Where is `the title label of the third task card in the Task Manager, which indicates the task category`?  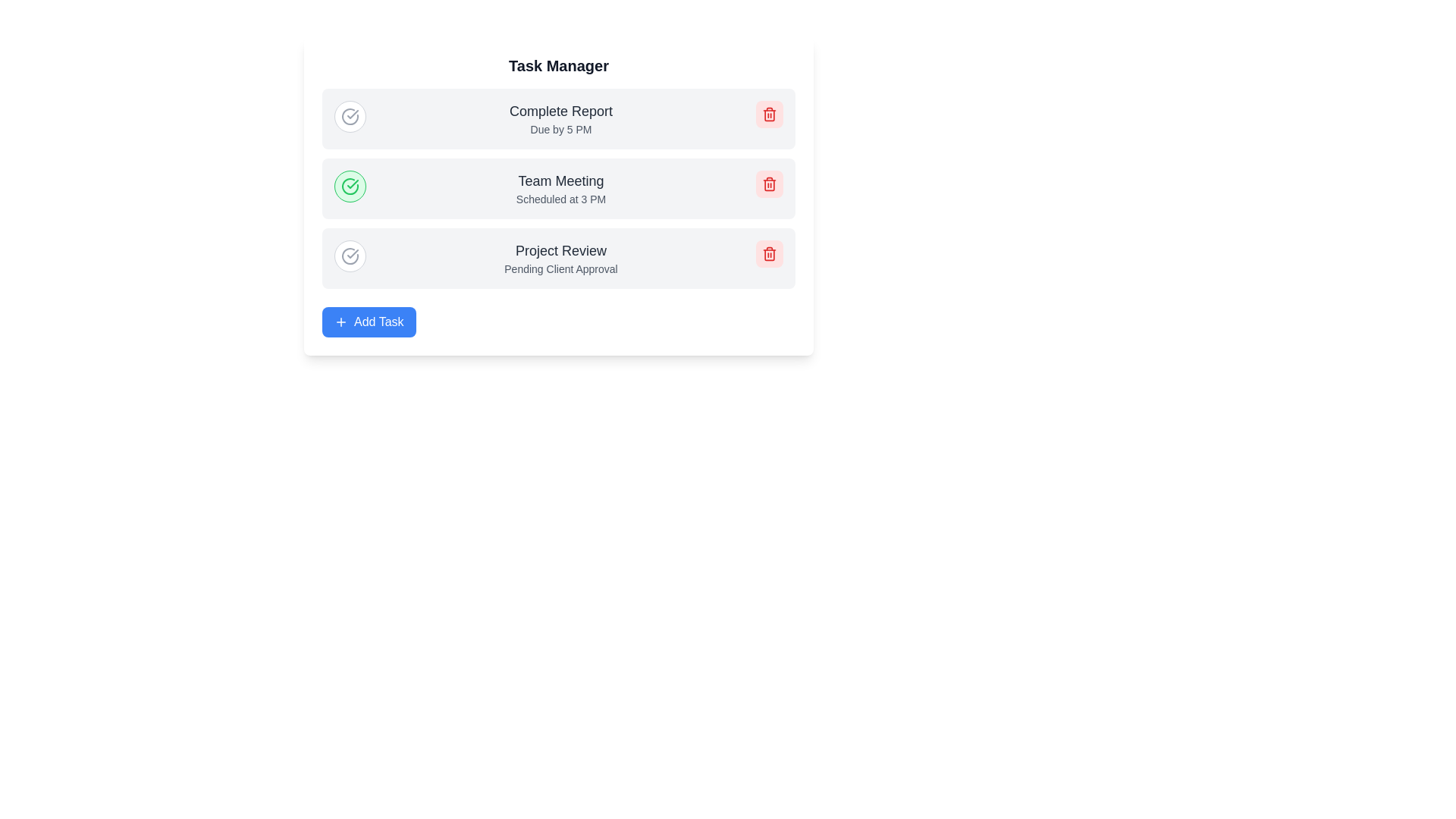
the title label of the third task card in the Task Manager, which indicates the task category is located at coordinates (560, 250).